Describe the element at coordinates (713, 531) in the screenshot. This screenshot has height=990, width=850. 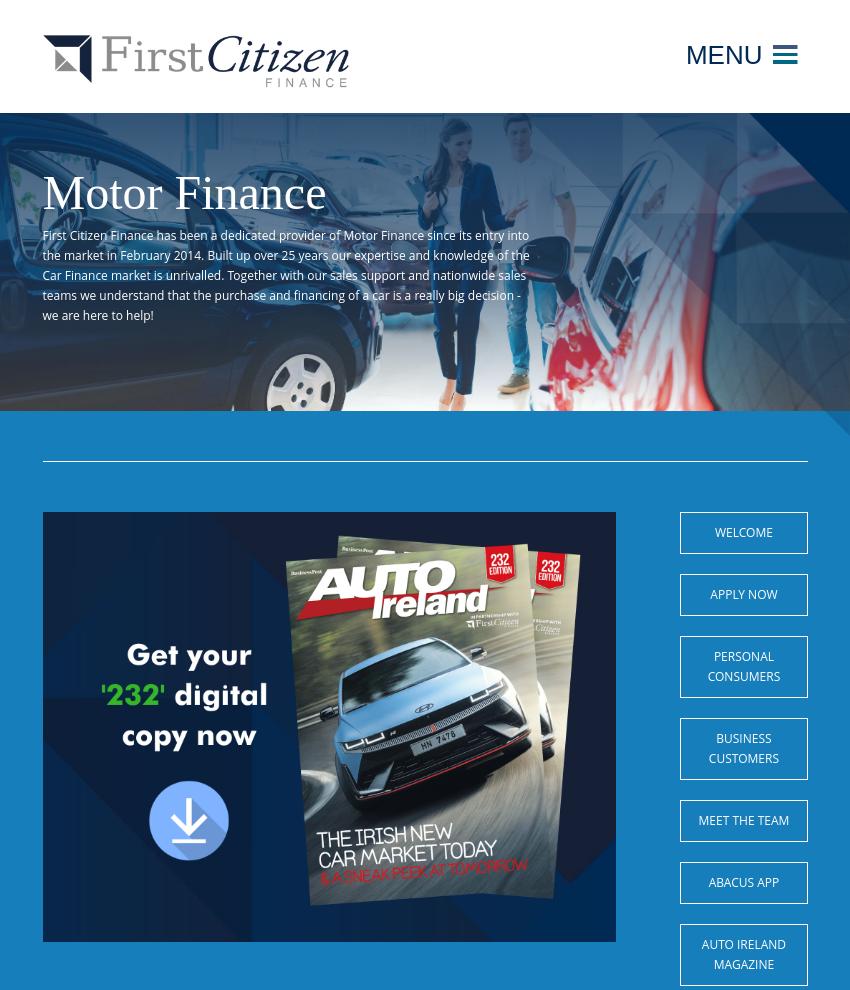
I see `'Welcome'` at that location.